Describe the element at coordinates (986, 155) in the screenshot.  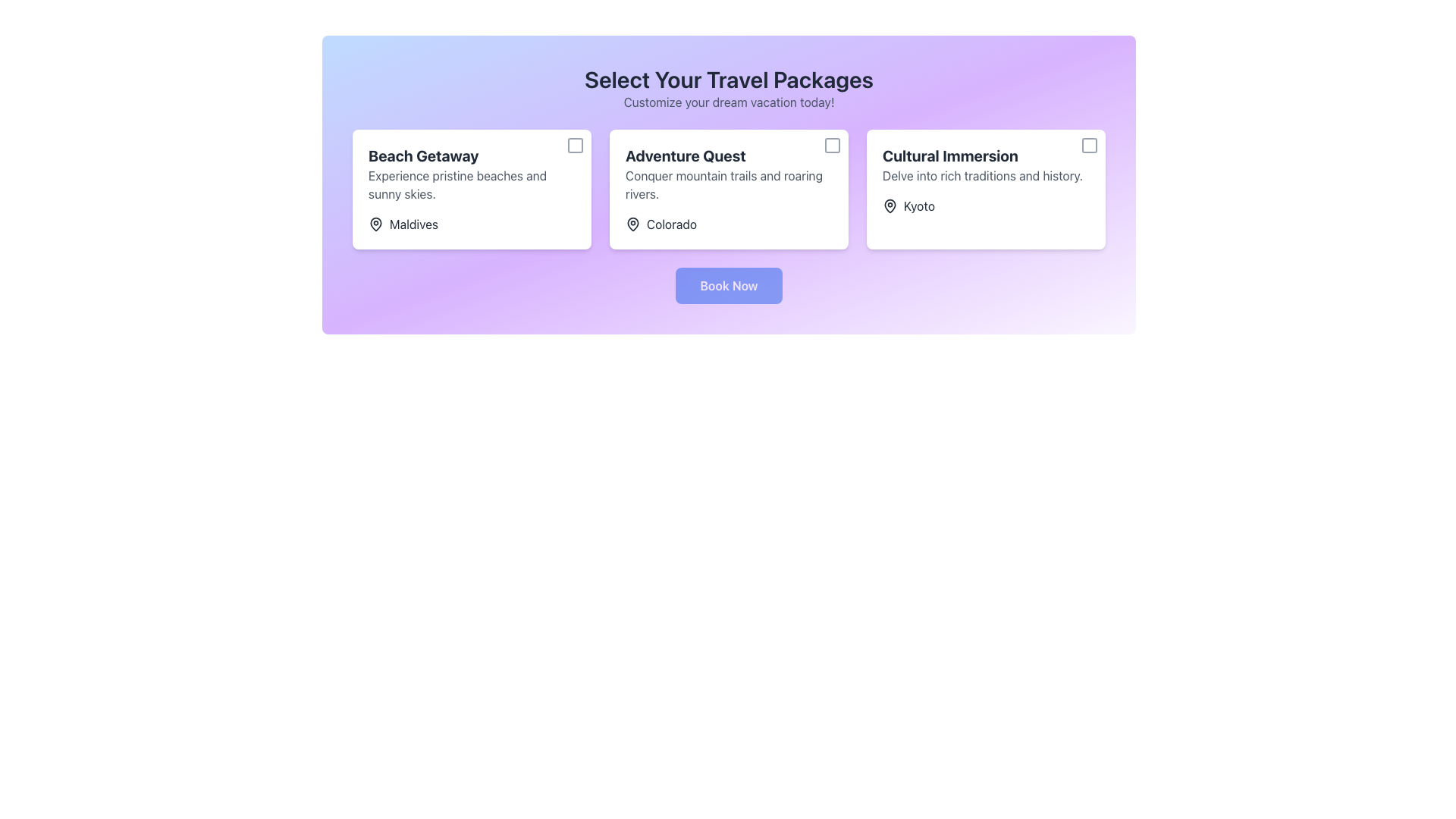
I see `the text label that serves as the title of the travel package option, located at the top of the rightmost card in a row of three` at that location.